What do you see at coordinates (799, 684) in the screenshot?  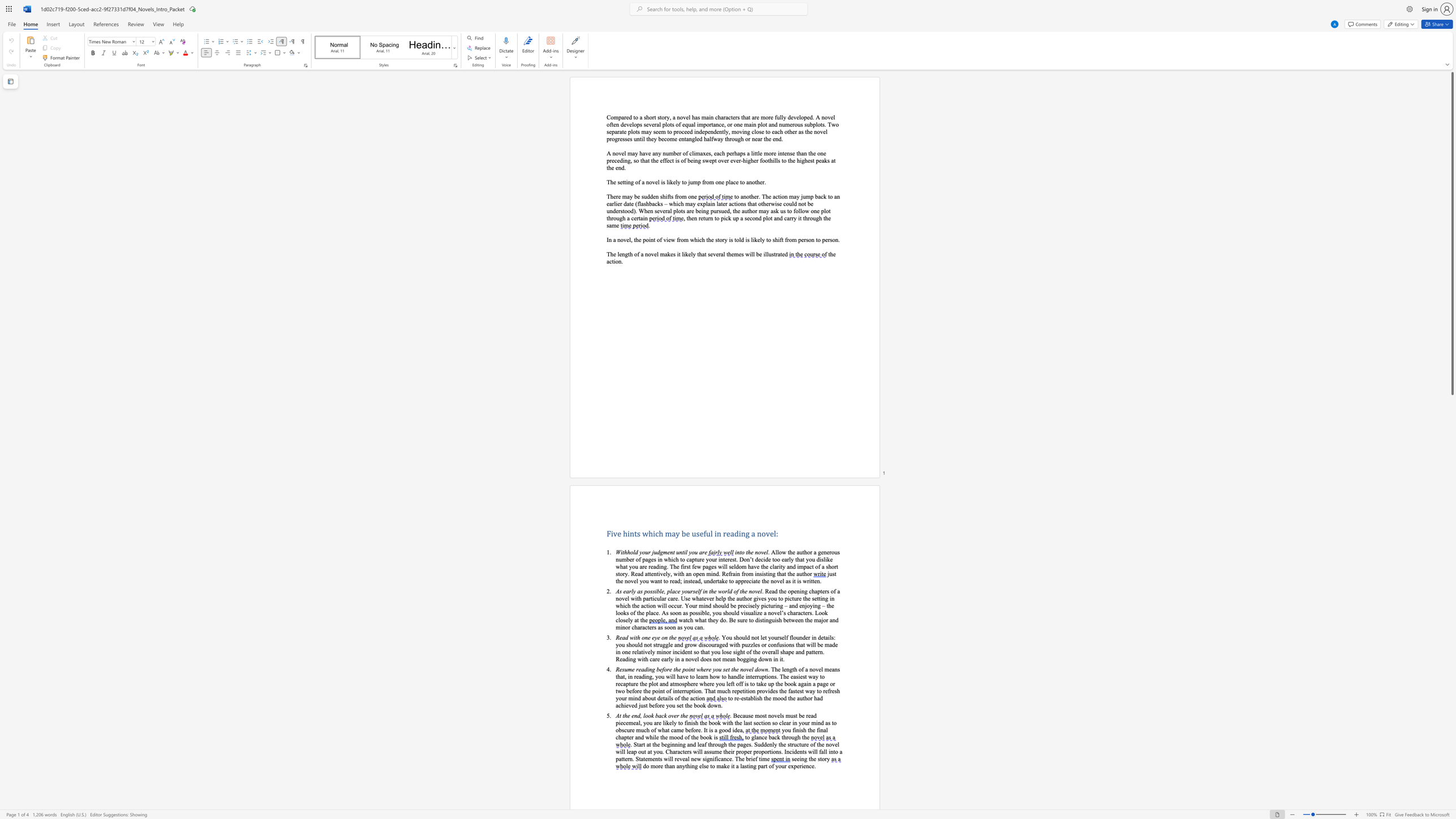 I see `the 14th character "a" in the text` at bounding box center [799, 684].